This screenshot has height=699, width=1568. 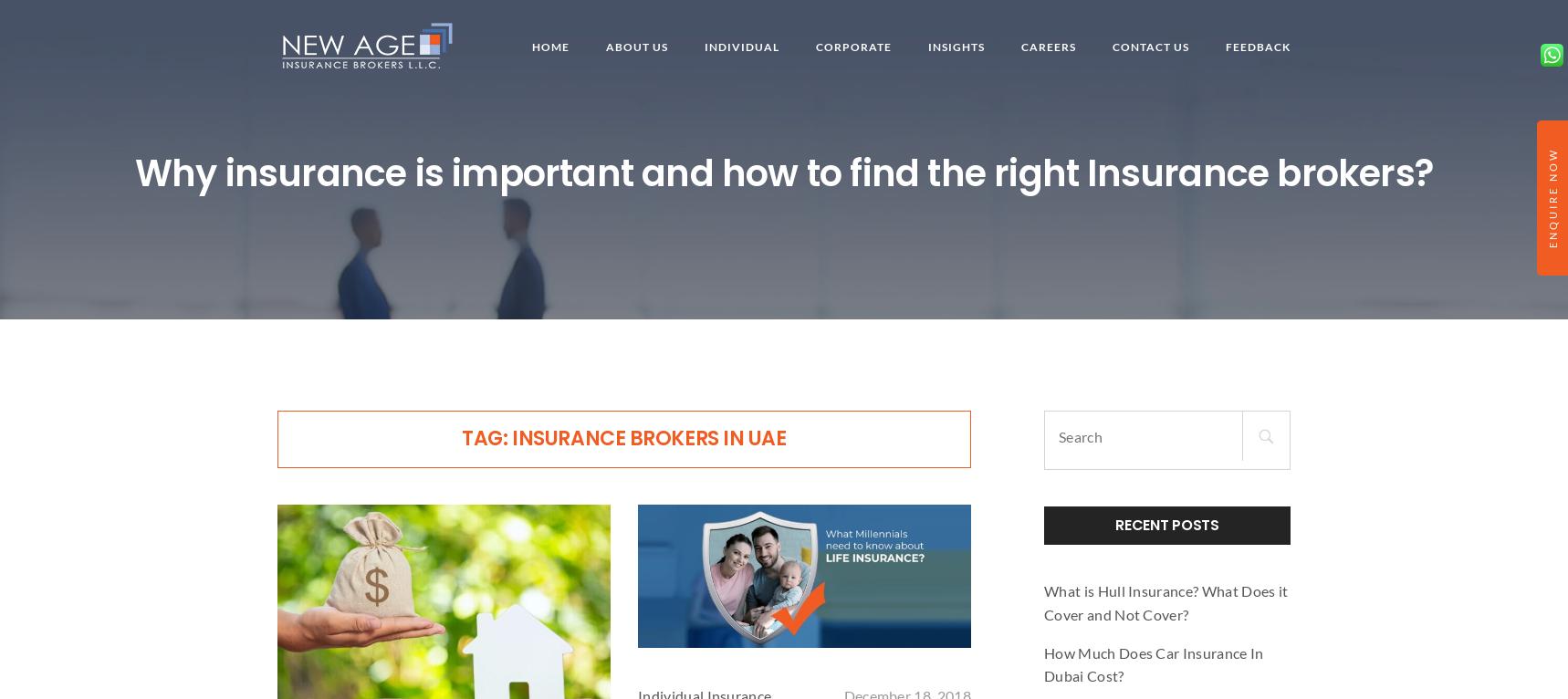 I want to click on 'Recent Posts', so click(x=1114, y=524).